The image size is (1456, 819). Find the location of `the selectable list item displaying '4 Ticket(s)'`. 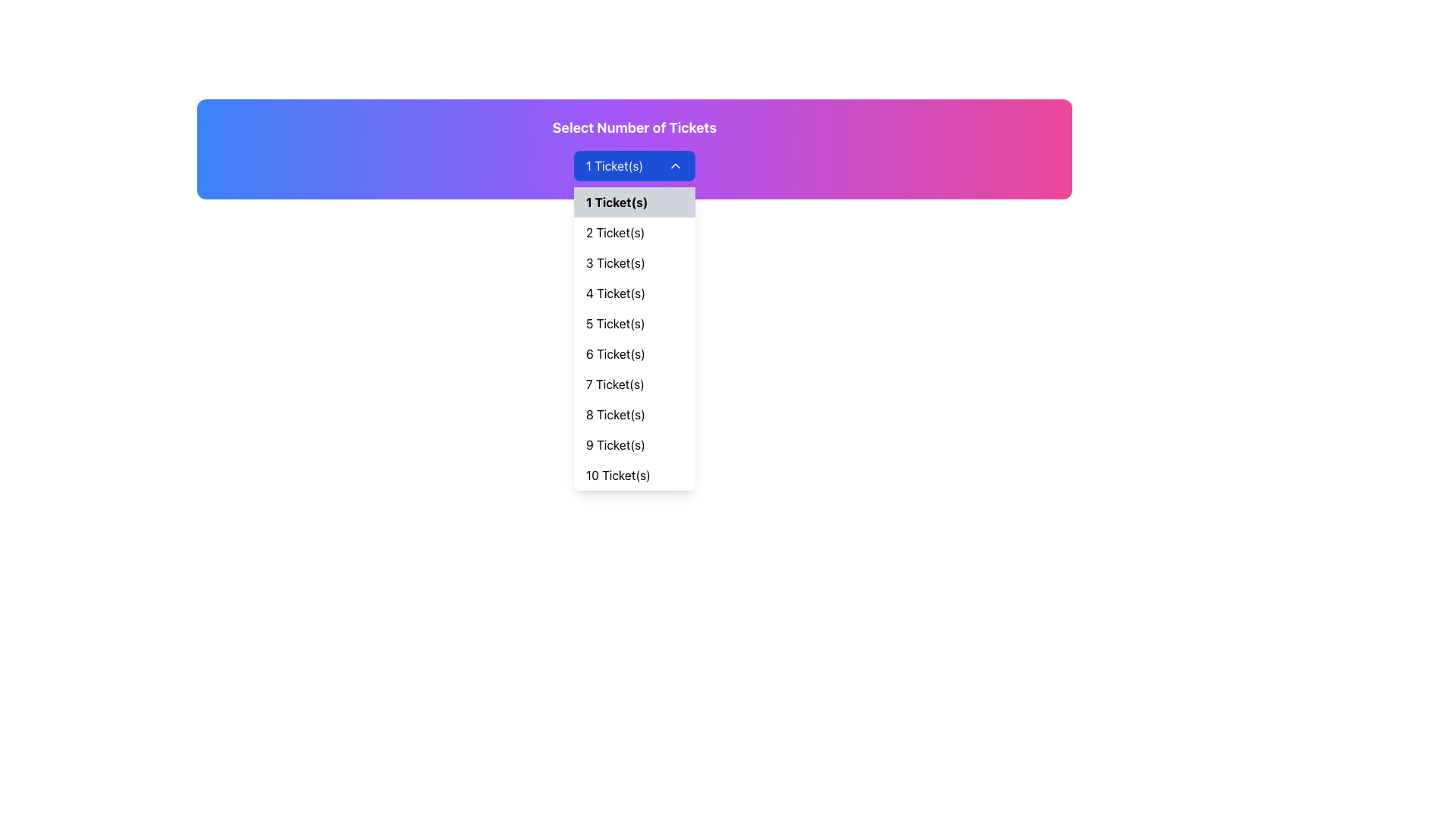

the selectable list item displaying '4 Ticket(s)' is located at coordinates (634, 293).